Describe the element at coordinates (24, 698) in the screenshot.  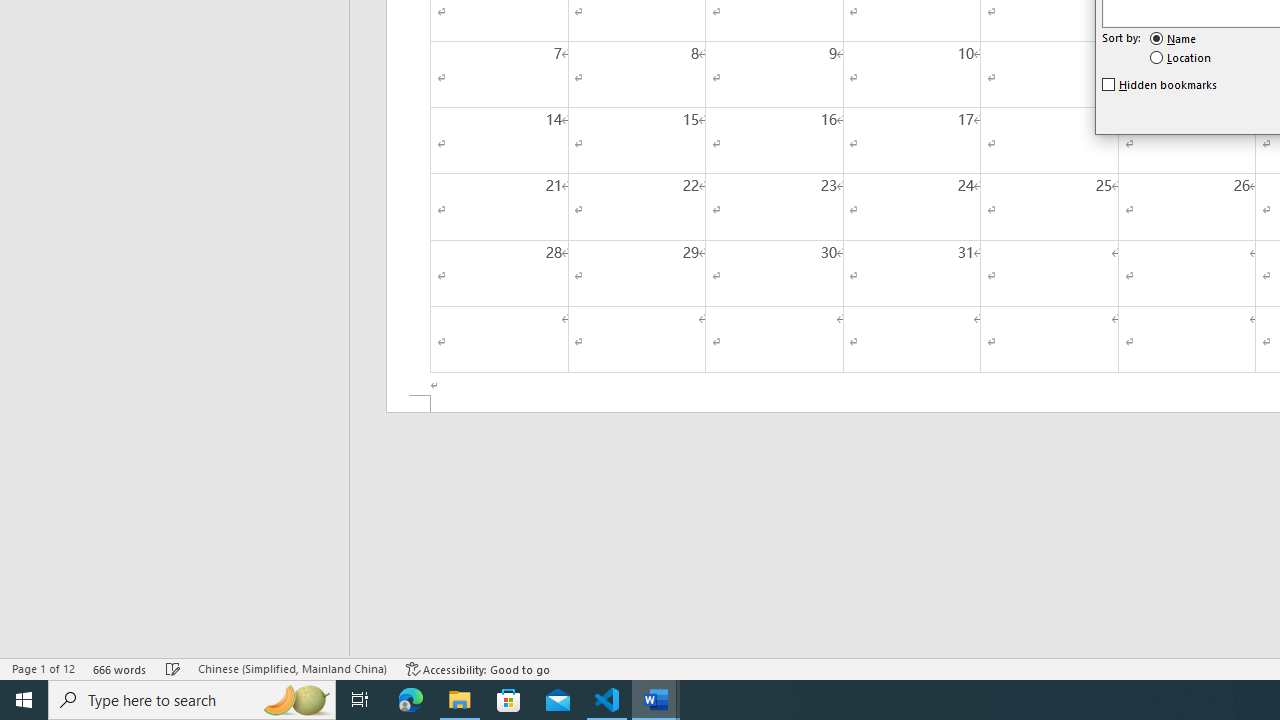
I see `'Start'` at that location.